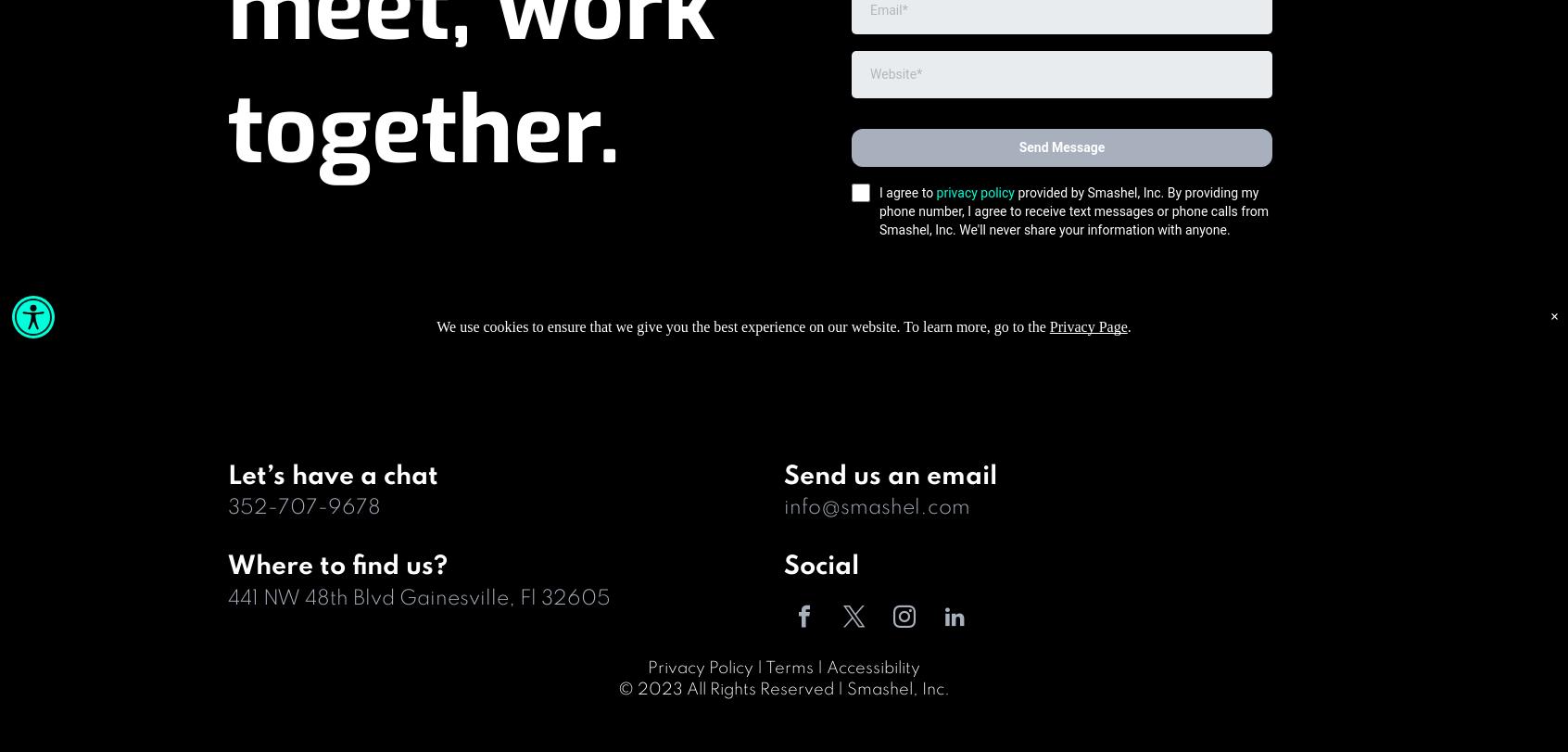 Image resolution: width=1568 pixels, height=752 pixels. Describe the element at coordinates (891, 475) in the screenshot. I see `'Send us an email'` at that location.